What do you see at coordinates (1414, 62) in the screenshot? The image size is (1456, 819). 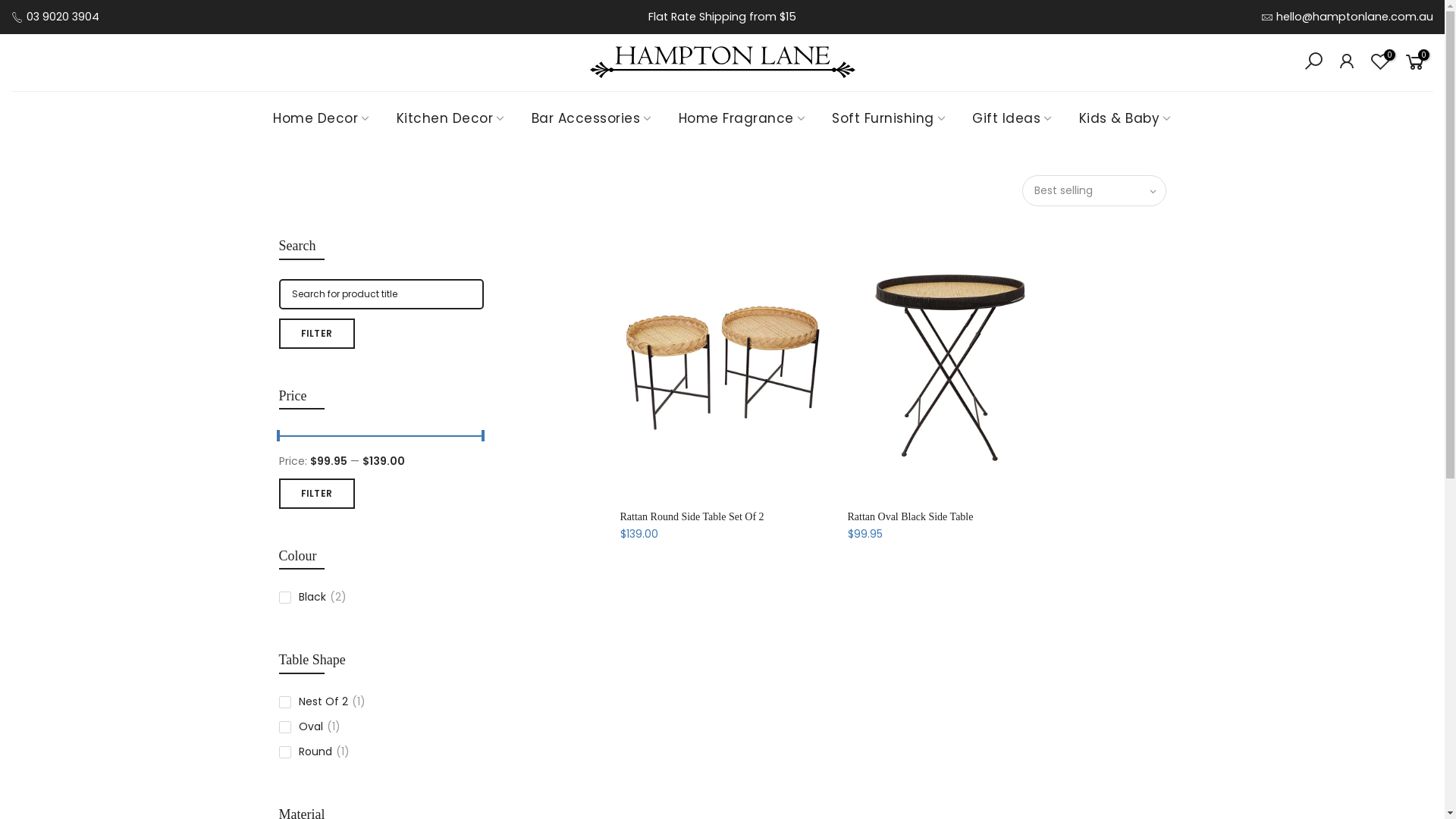 I see `'0'` at bounding box center [1414, 62].